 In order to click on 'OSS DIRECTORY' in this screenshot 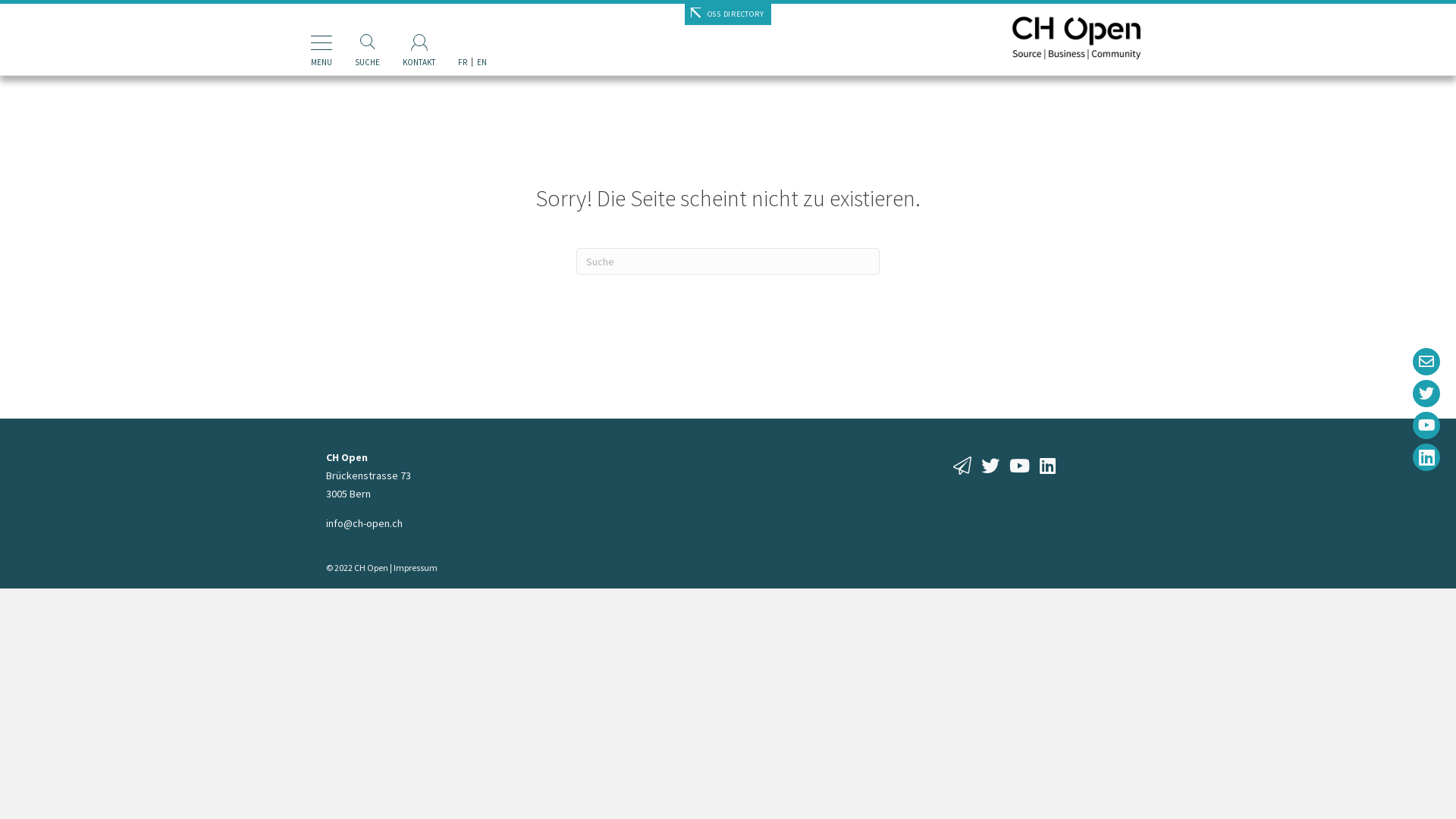, I will do `click(683, 14)`.